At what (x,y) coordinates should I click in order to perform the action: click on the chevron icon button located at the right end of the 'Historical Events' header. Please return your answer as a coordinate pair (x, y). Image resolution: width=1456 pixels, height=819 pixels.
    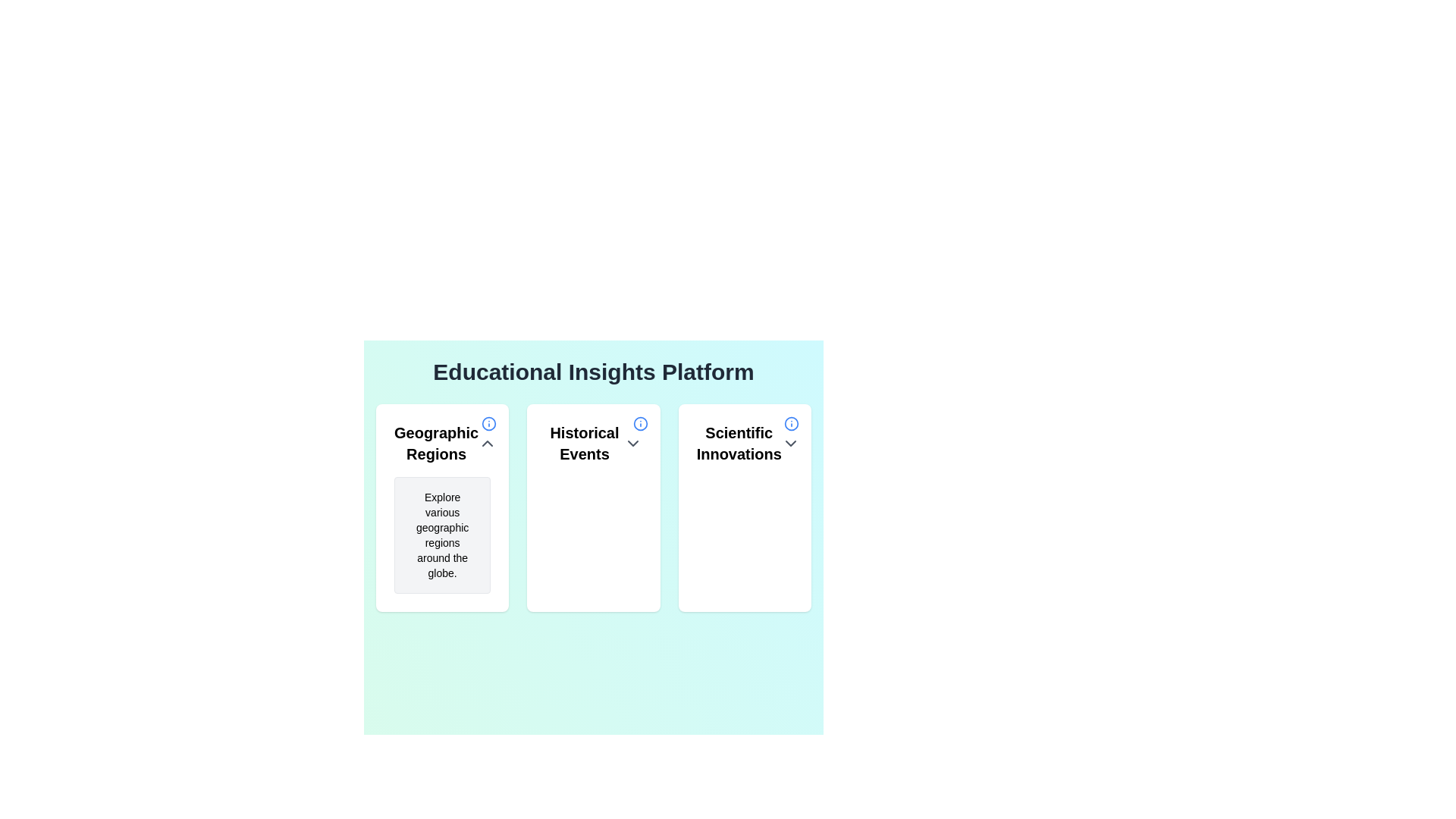
    Looking at the image, I should click on (632, 444).